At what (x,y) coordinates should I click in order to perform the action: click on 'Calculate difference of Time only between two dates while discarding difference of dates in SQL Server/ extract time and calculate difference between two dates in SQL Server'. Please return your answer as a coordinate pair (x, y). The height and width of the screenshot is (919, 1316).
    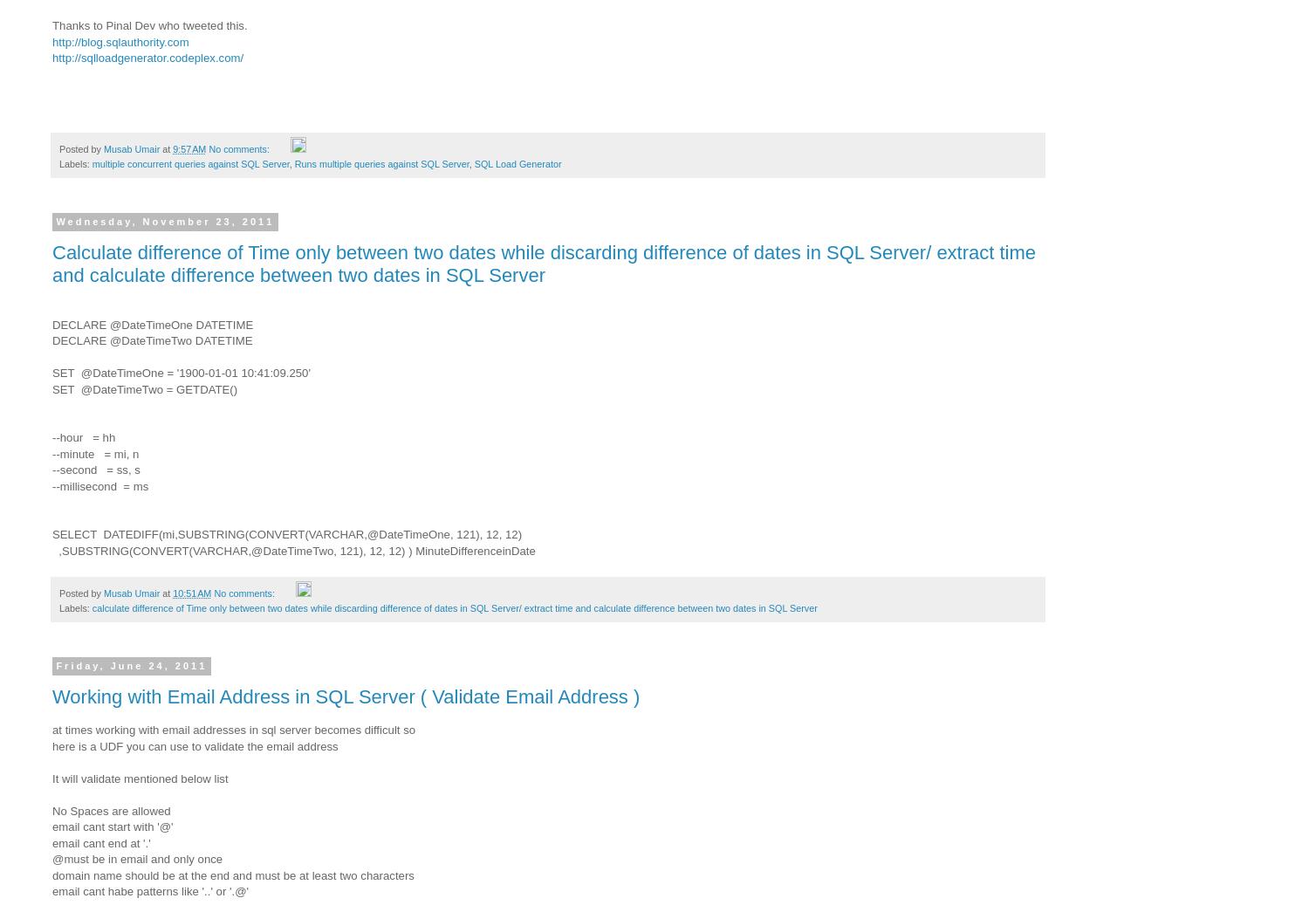
    Looking at the image, I should click on (543, 264).